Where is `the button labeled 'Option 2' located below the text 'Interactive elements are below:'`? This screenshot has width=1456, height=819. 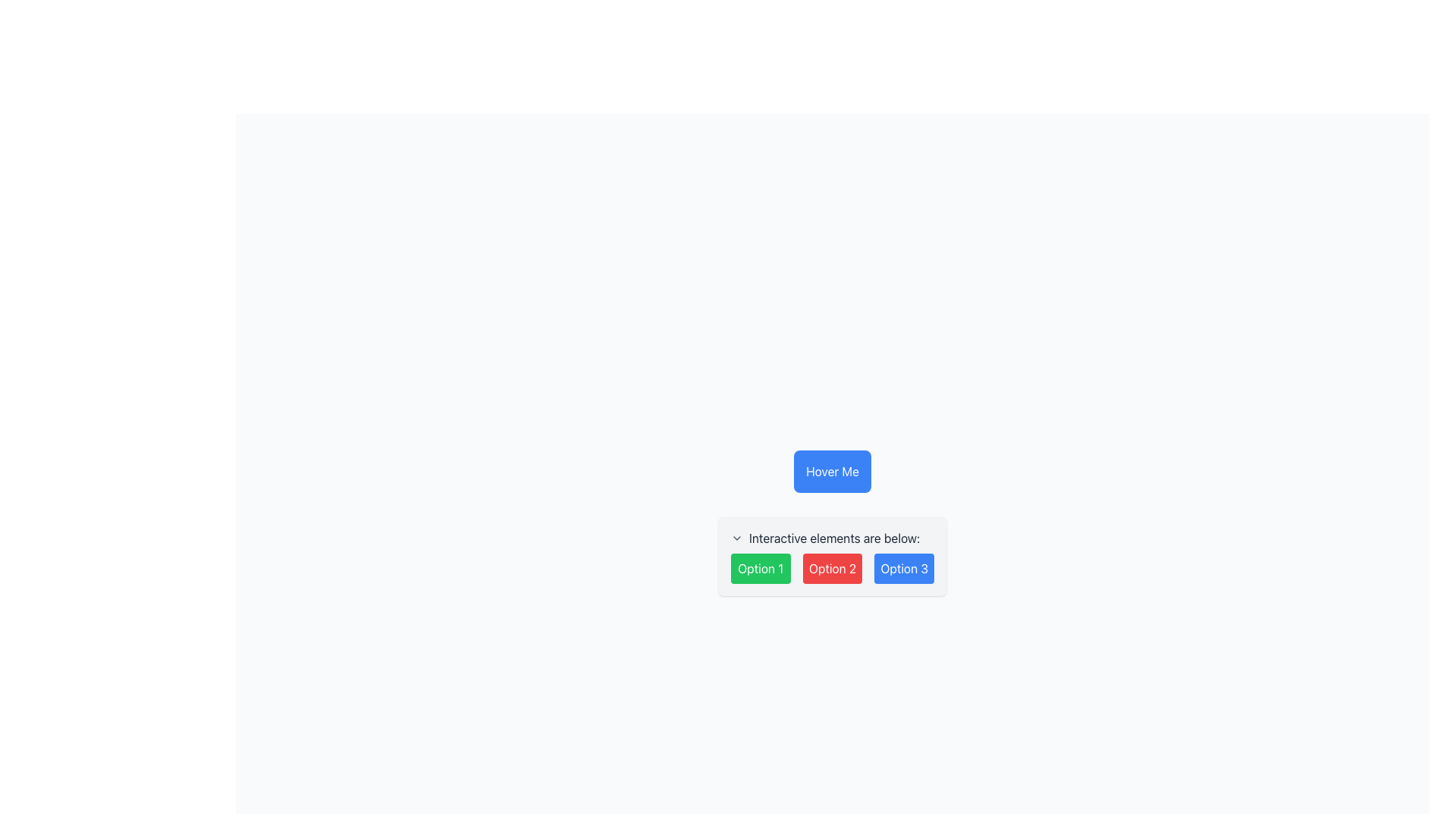 the button labeled 'Option 2' located below the text 'Interactive elements are below:' is located at coordinates (832, 568).